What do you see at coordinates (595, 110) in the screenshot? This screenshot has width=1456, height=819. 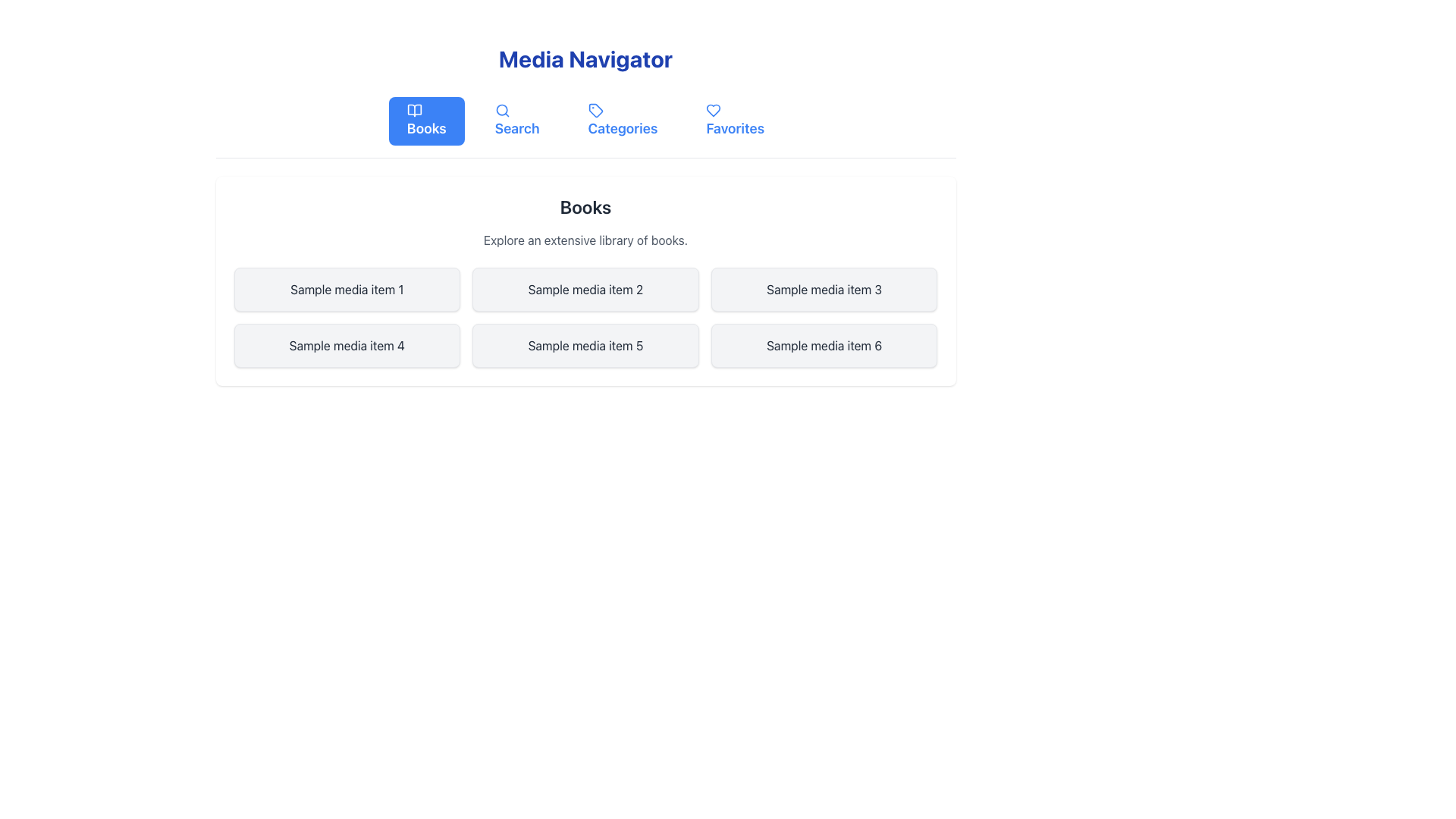 I see `the 'Categories' button in the navigation bar, which is visually represented by an icon located between the 'Search' and 'Favorites' buttons` at bounding box center [595, 110].